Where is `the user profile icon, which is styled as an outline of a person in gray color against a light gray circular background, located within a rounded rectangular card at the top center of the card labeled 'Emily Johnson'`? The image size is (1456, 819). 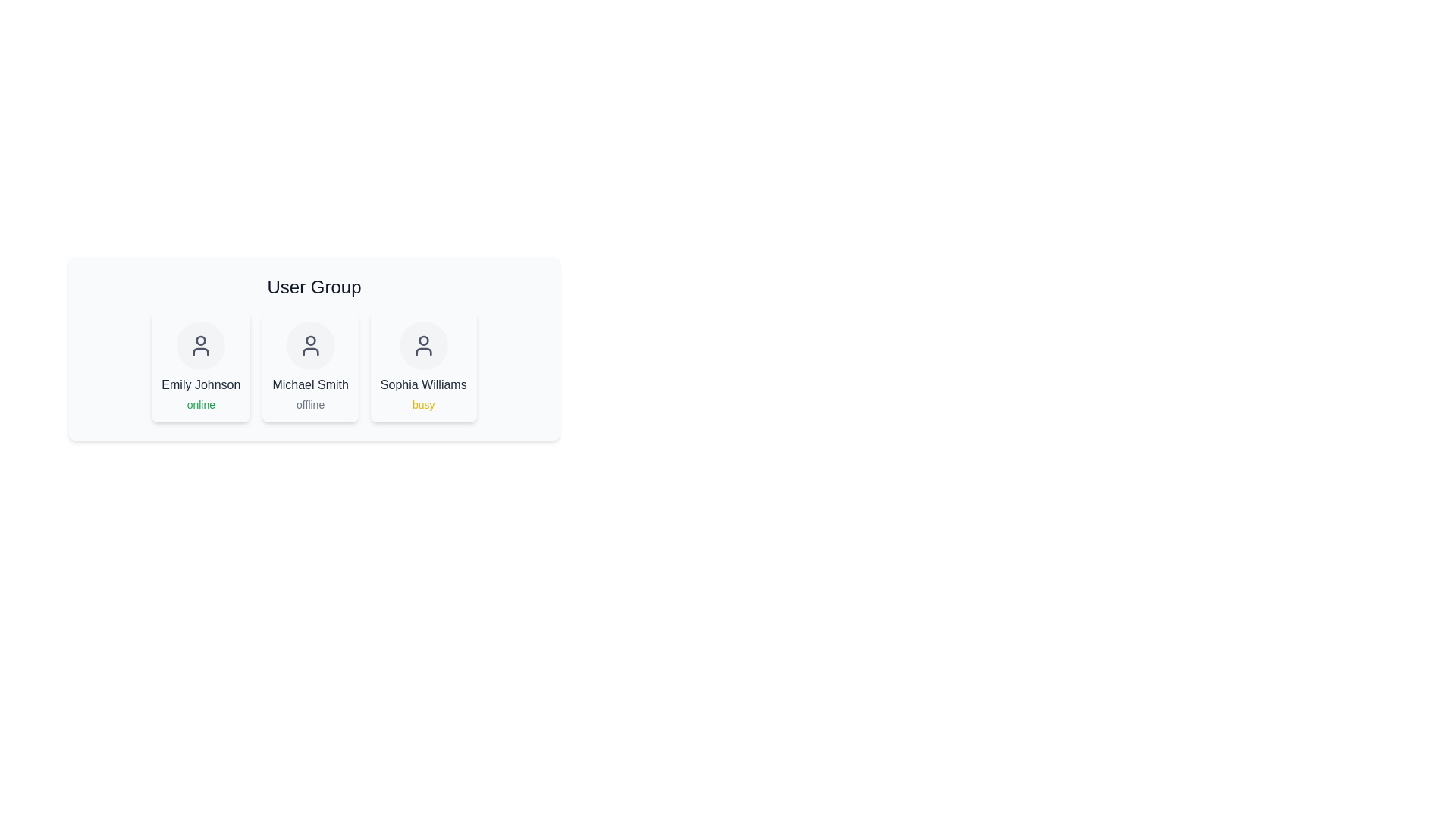 the user profile icon, which is styled as an outline of a person in gray color against a light gray circular background, located within a rounded rectangular card at the top center of the card labeled 'Emily Johnson' is located at coordinates (200, 345).